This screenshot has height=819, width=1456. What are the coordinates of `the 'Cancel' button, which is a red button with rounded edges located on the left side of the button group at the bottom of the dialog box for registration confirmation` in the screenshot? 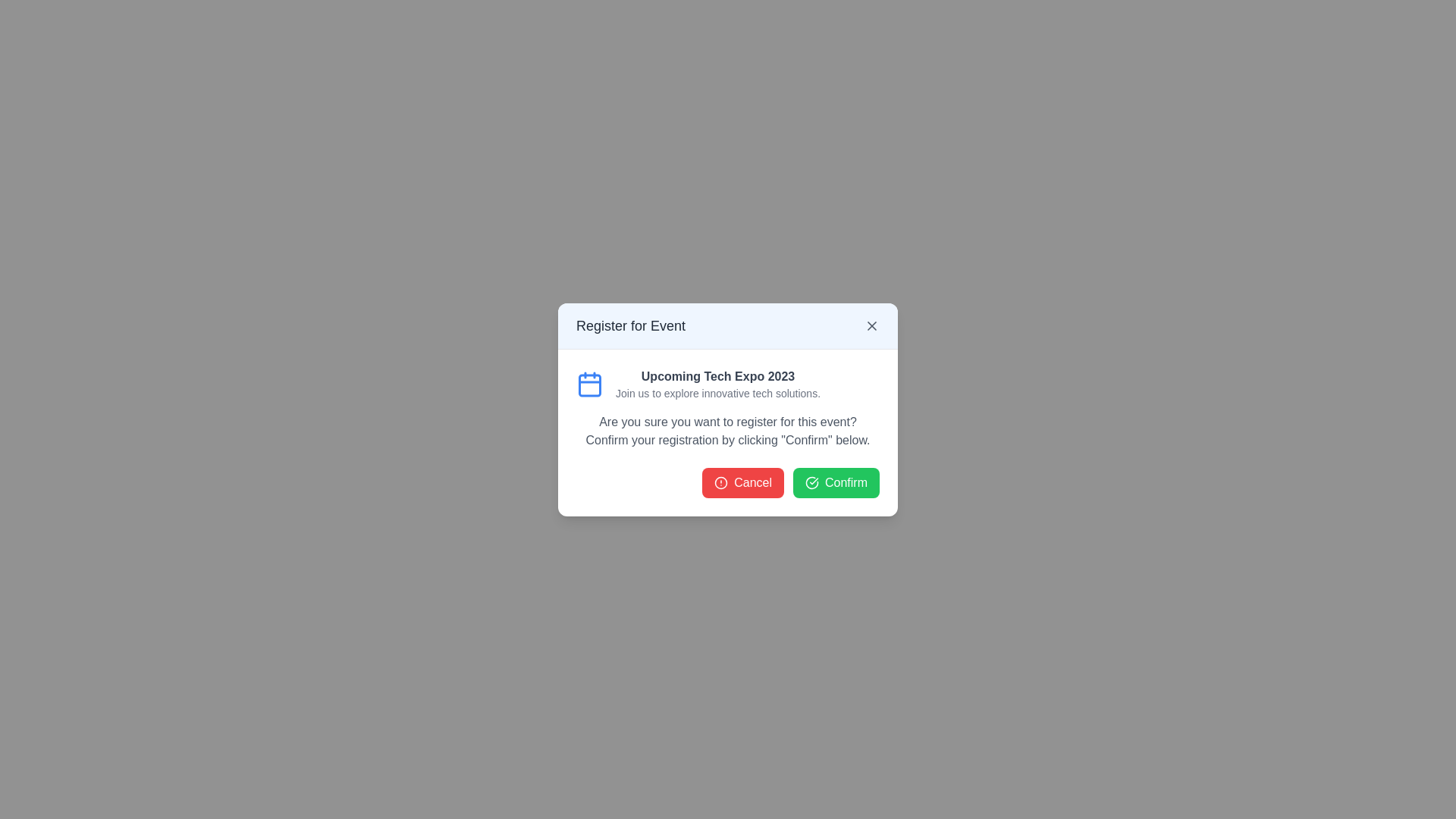 It's located at (728, 482).